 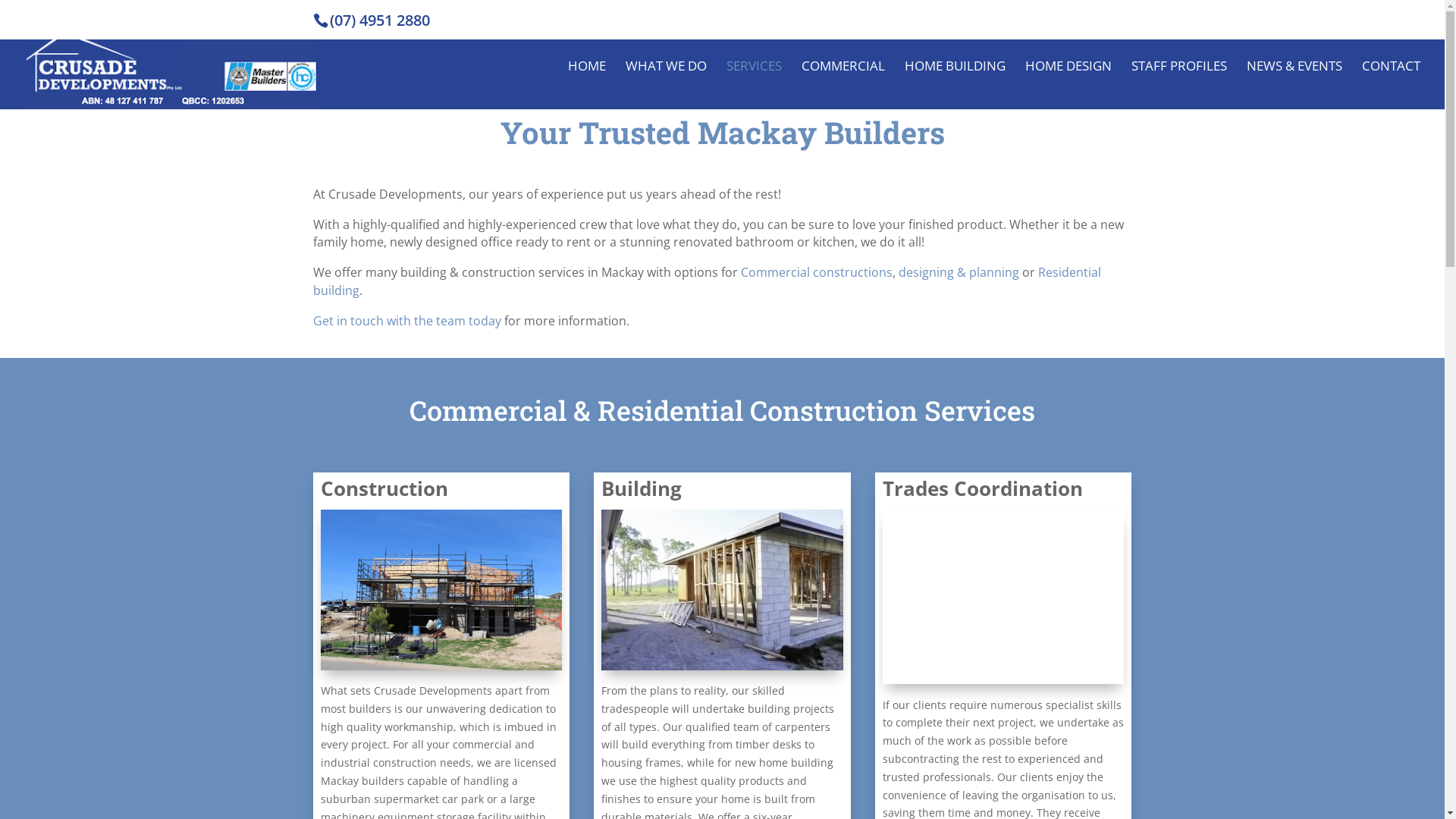 What do you see at coordinates (585, 84) in the screenshot?
I see `'HOME'` at bounding box center [585, 84].